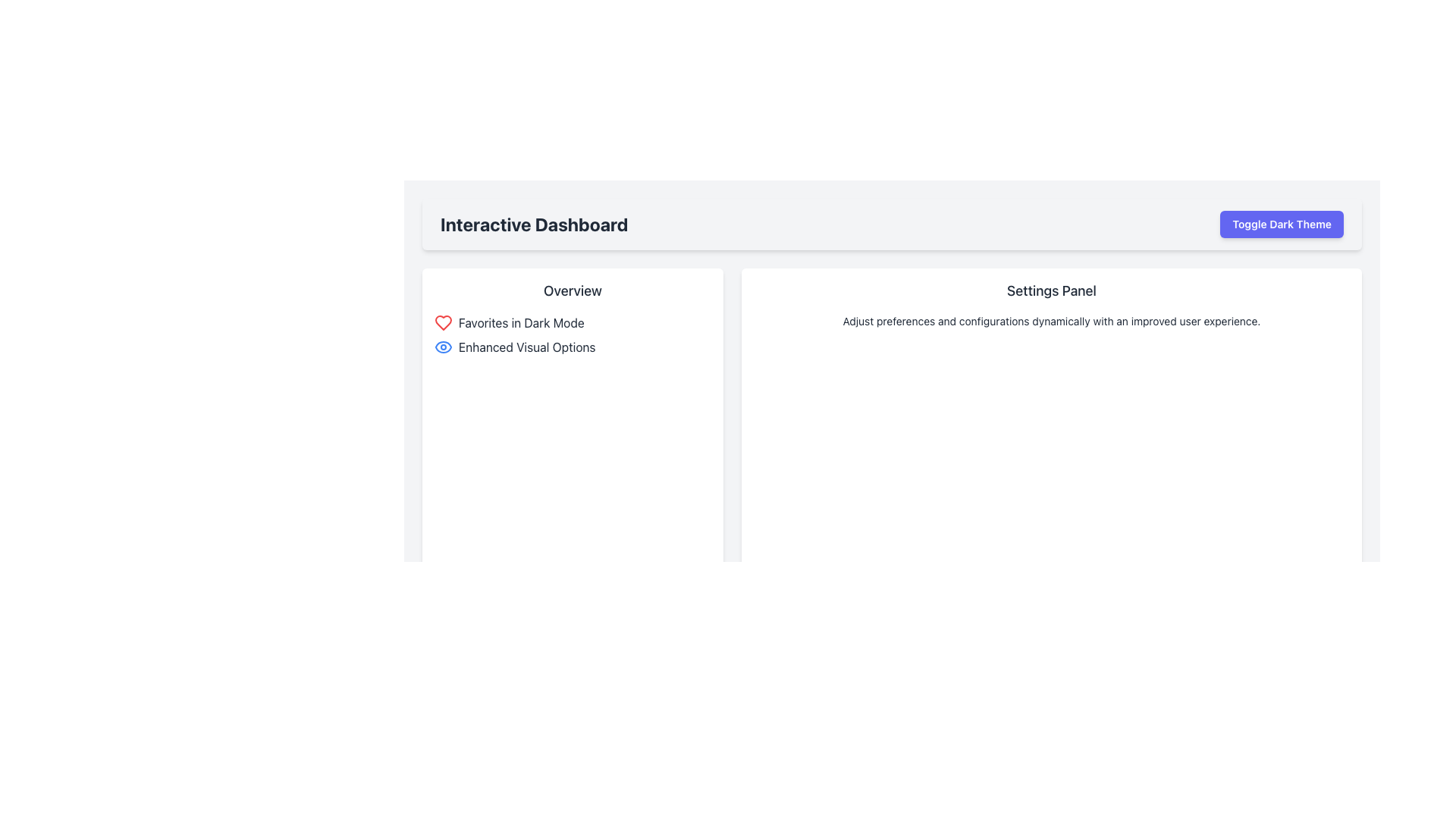 The image size is (1456, 819). Describe the element at coordinates (443, 322) in the screenshot. I see `the red heart-shaped icon outlined with a white fill, located to the left of the text 'Favorites in Dark Mode' in the top-left segment of the 'Overview' section` at that location.